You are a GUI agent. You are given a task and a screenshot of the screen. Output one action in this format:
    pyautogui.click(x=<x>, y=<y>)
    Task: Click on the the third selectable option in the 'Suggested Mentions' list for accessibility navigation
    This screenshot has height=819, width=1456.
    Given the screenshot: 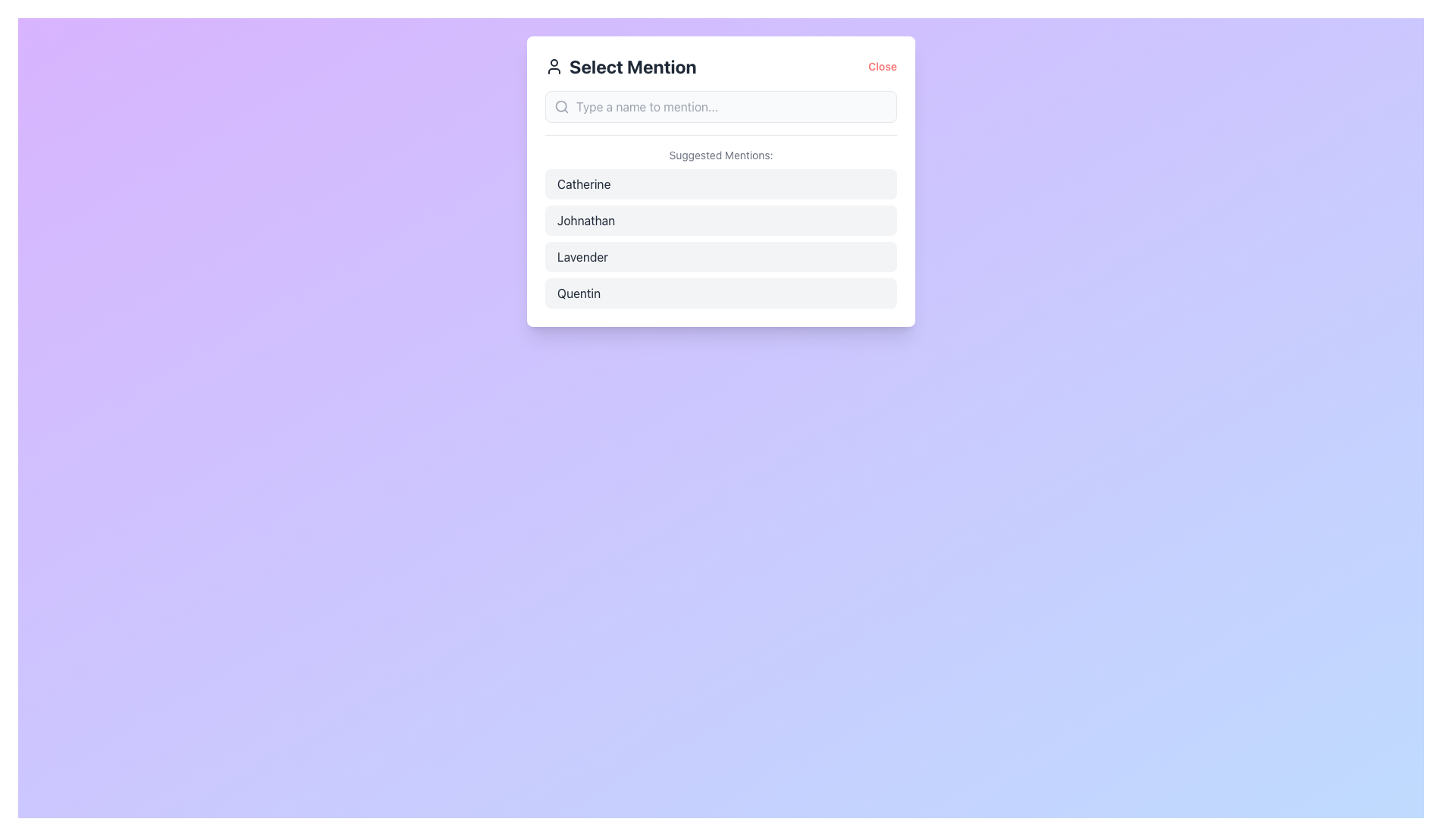 What is the action you would take?
    pyautogui.click(x=720, y=256)
    